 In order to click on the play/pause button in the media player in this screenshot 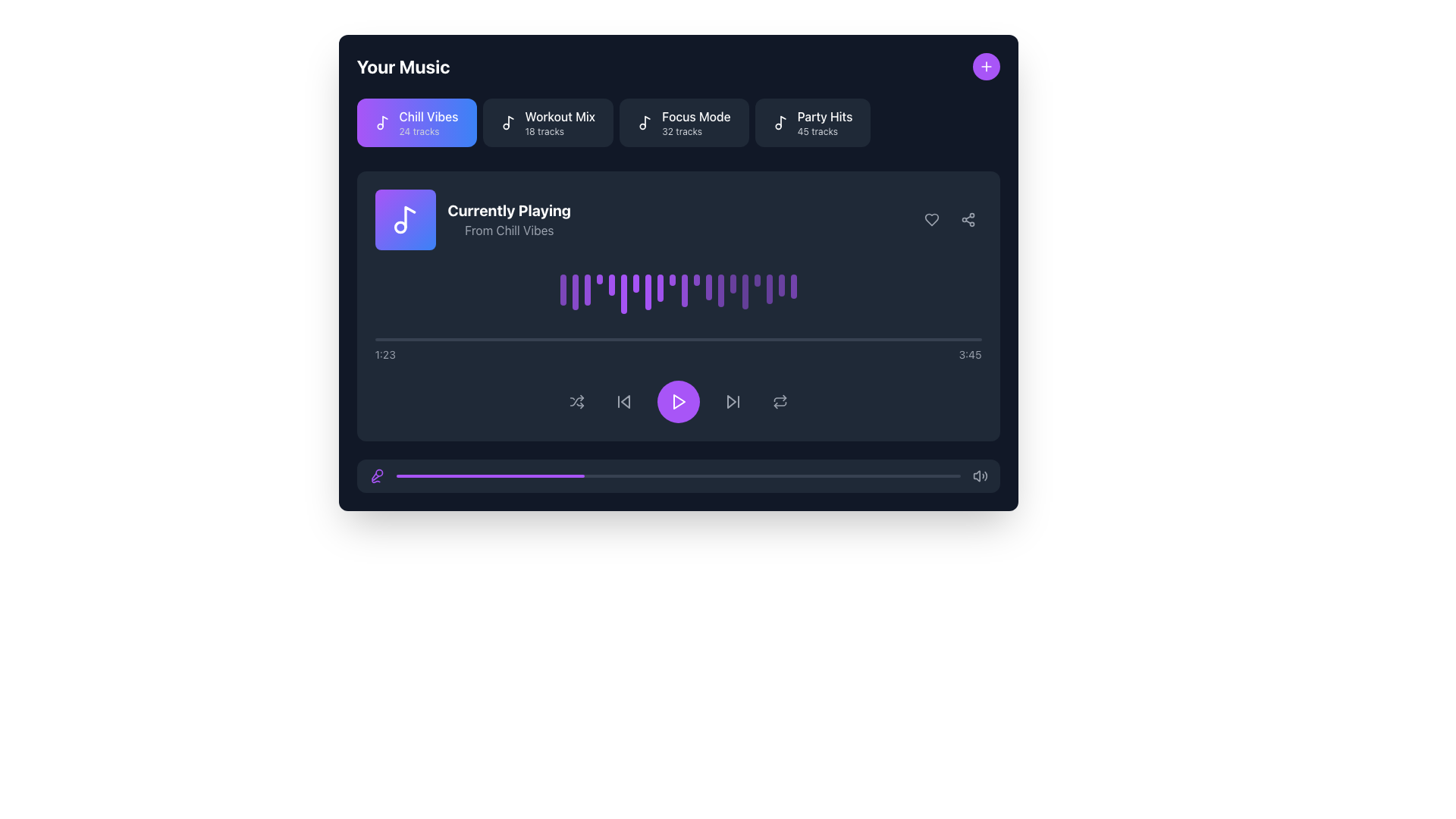, I will do `click(677, 401)`.